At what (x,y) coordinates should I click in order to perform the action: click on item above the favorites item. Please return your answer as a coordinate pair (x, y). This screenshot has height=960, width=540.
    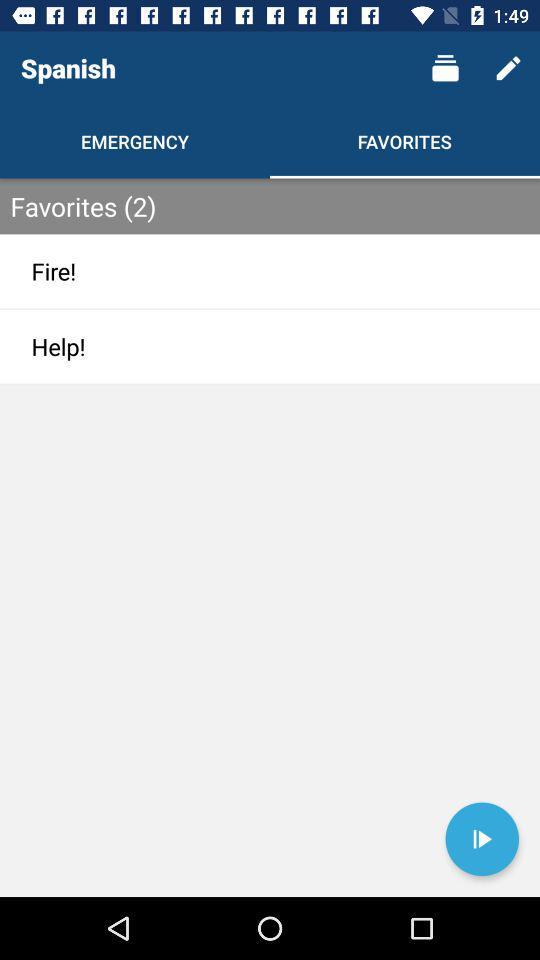
    Looking at the image, I should click on (445, 68).